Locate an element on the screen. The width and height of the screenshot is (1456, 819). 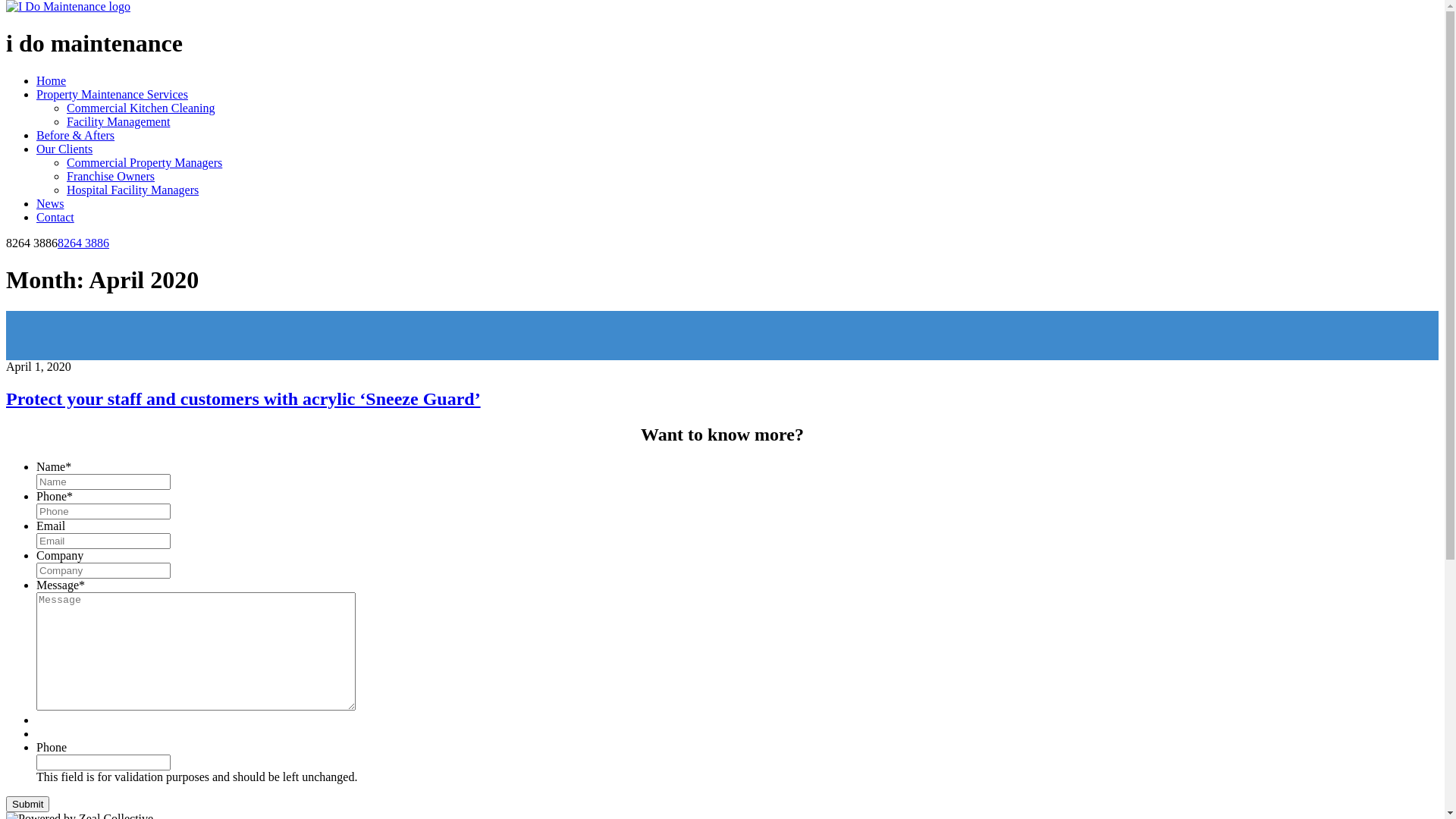
'Franchise Owners' is located at coordinates (109, 175).